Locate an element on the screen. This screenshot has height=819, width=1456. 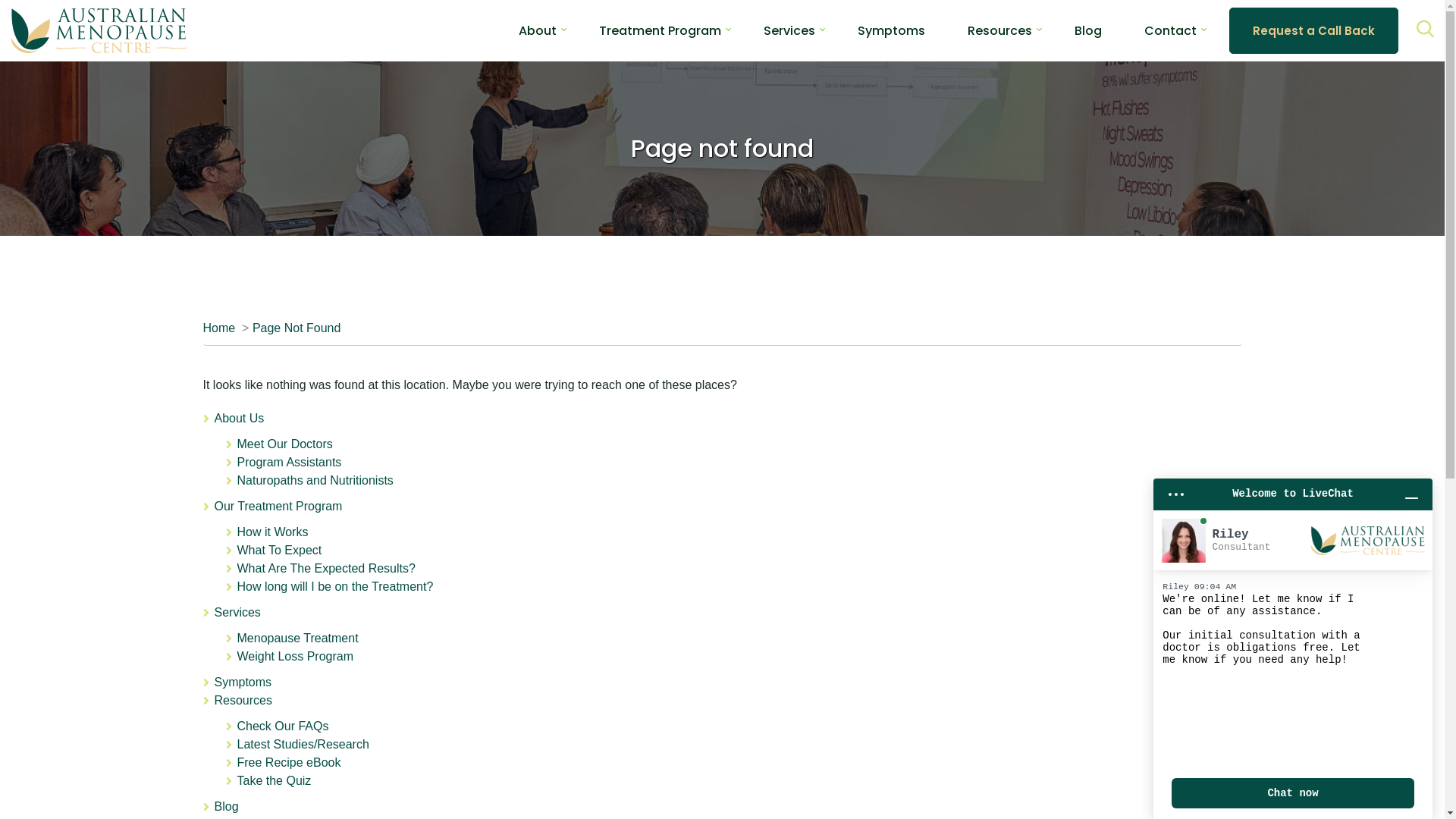
'Page Not Found' is located at coordinates (297, 327).